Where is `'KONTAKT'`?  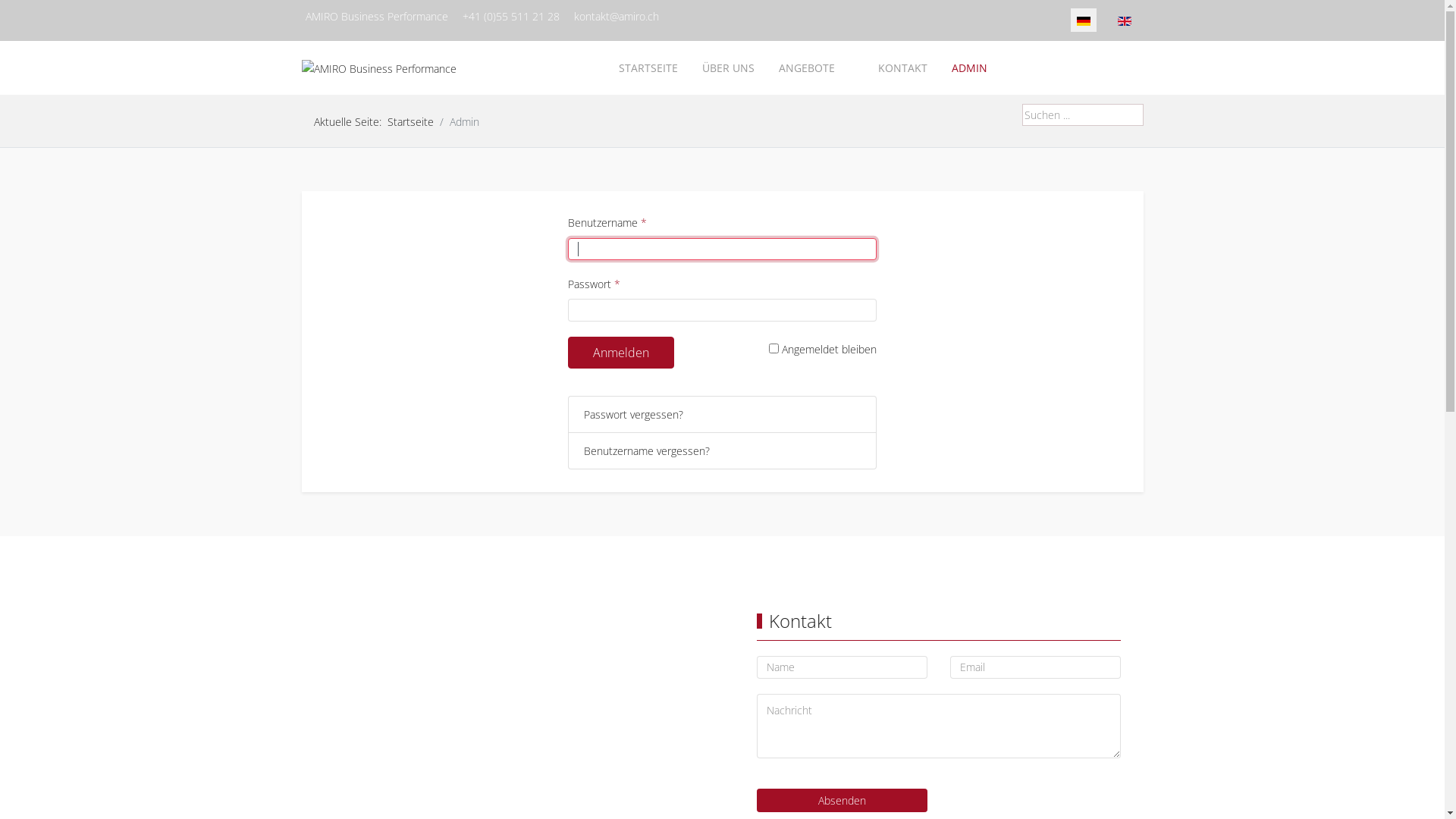 'KONTAKT' is located at coordinates (866, 67).